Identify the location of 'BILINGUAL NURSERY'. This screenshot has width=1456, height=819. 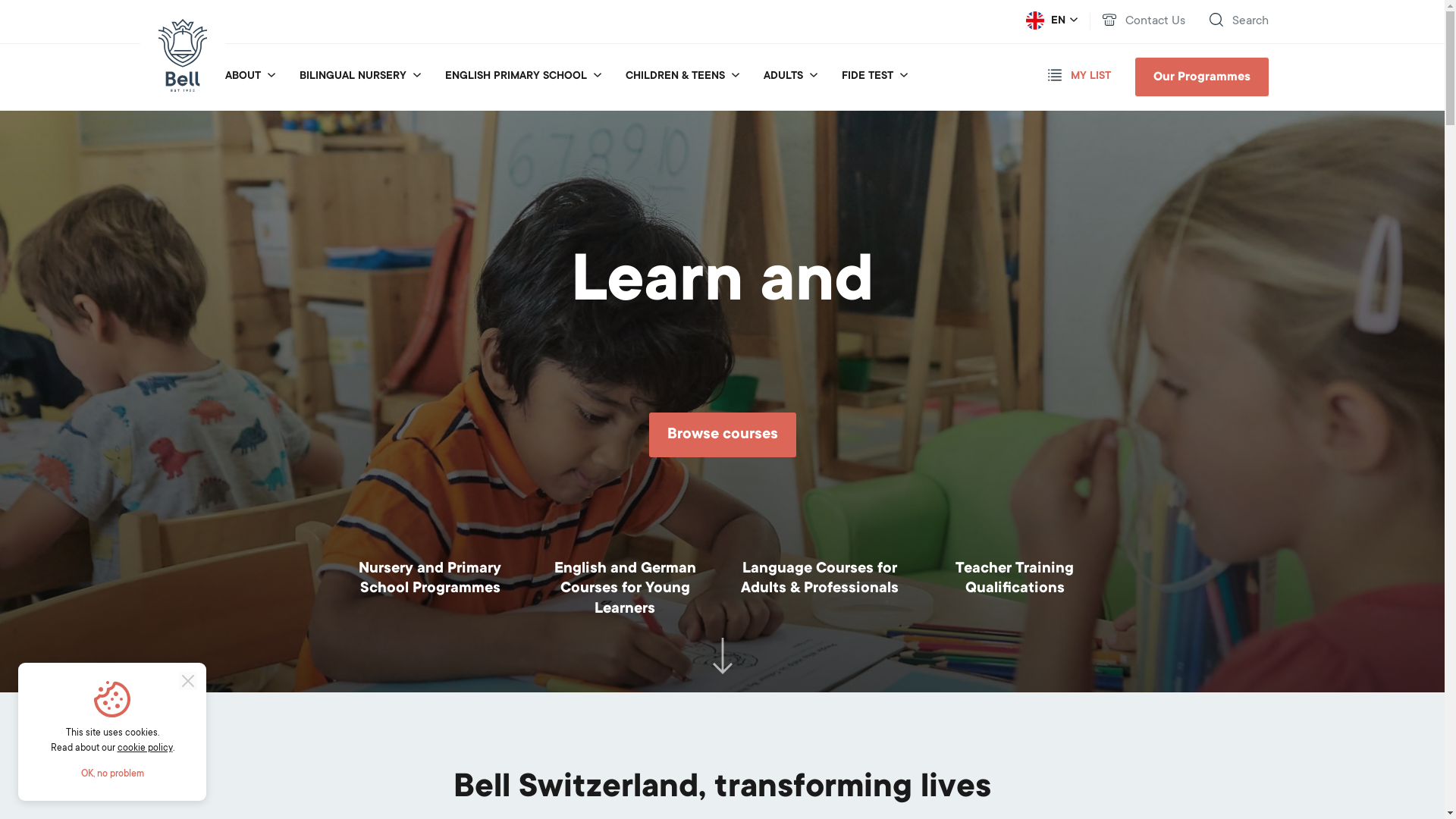
(351, 76).